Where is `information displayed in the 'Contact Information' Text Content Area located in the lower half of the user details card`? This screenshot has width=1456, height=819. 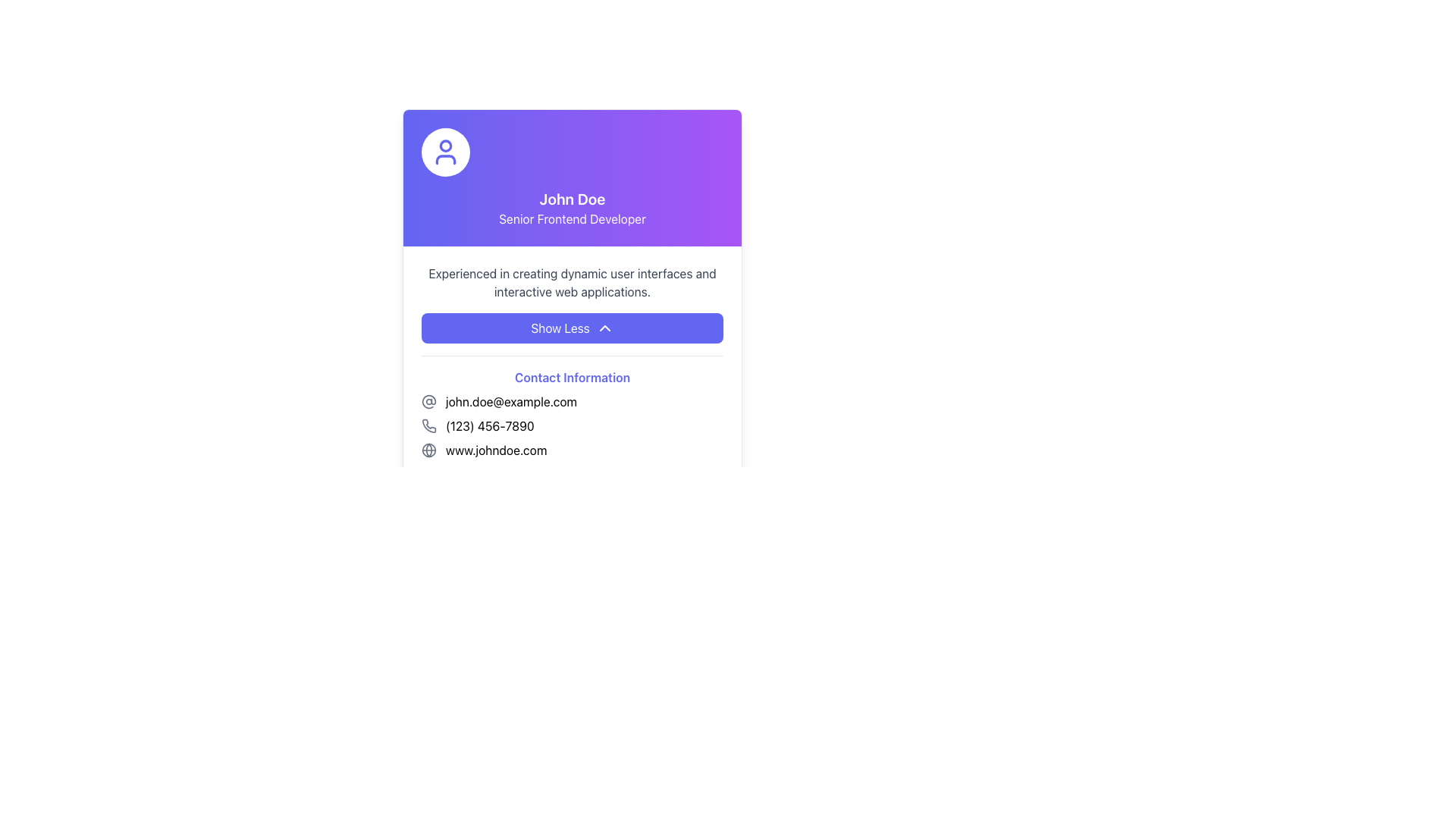 information displayed in the 'Contact Information' Text Content Area located in the lower half of the user details card is located at coordinates (571, 388).